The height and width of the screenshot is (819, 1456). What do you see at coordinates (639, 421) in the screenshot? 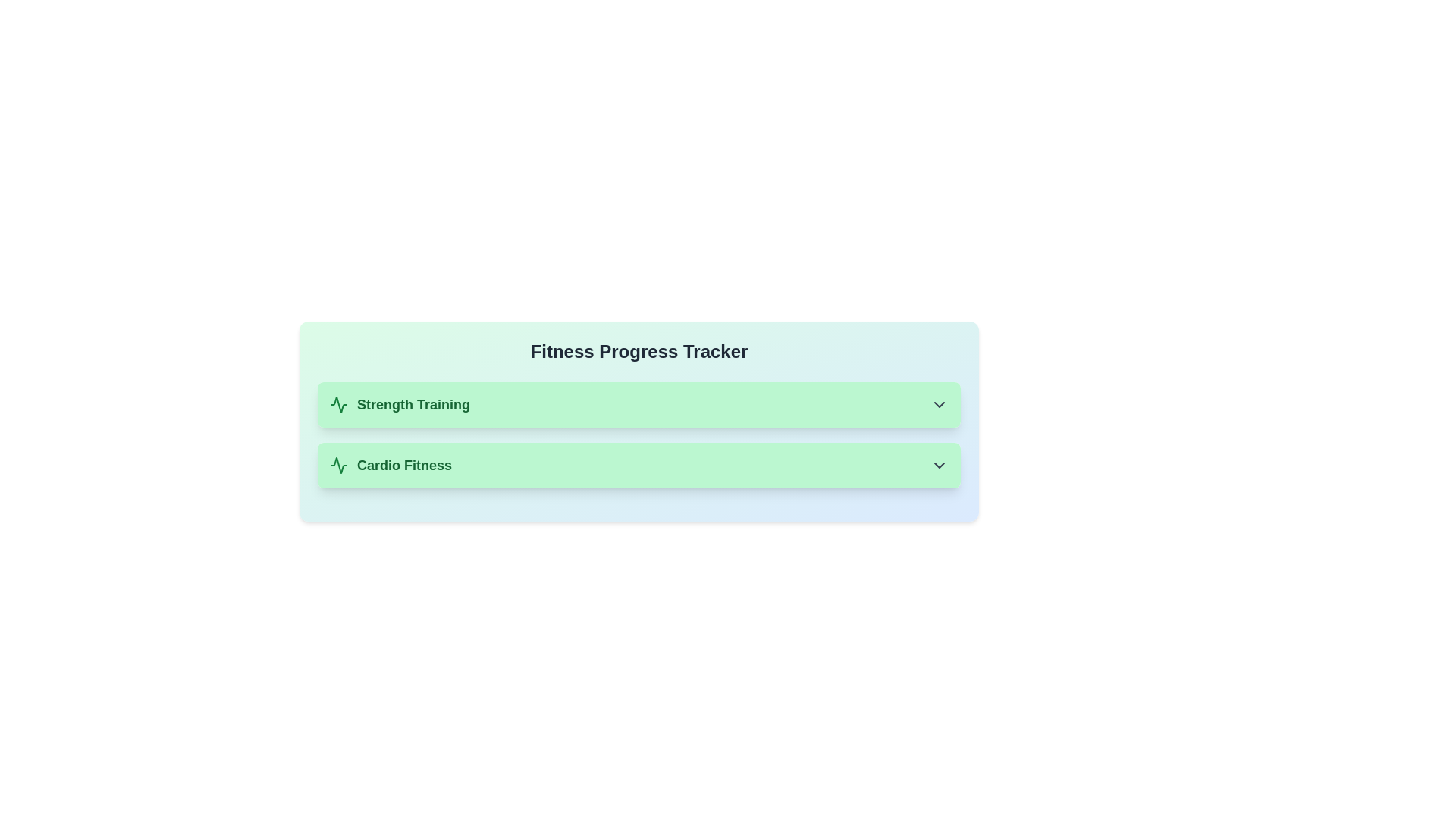
I see `the expand button of the 'Fitness Progress Tracker' panel` at bounding box center [639, 421].